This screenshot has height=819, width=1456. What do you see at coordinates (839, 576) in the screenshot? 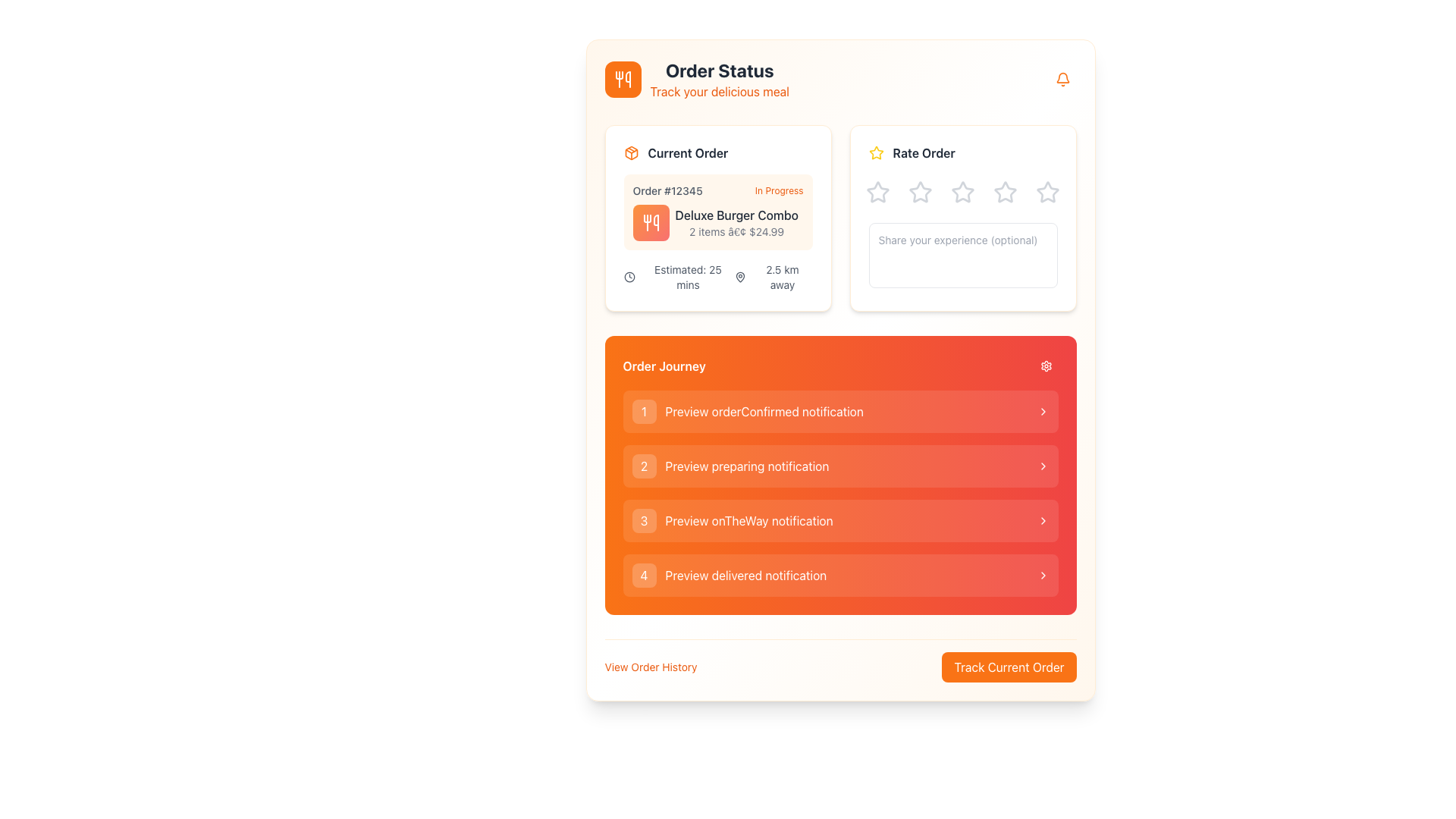
I see `the 'Preview delivered notification' button using keyboard navigation` at bounding box center [839, 576].